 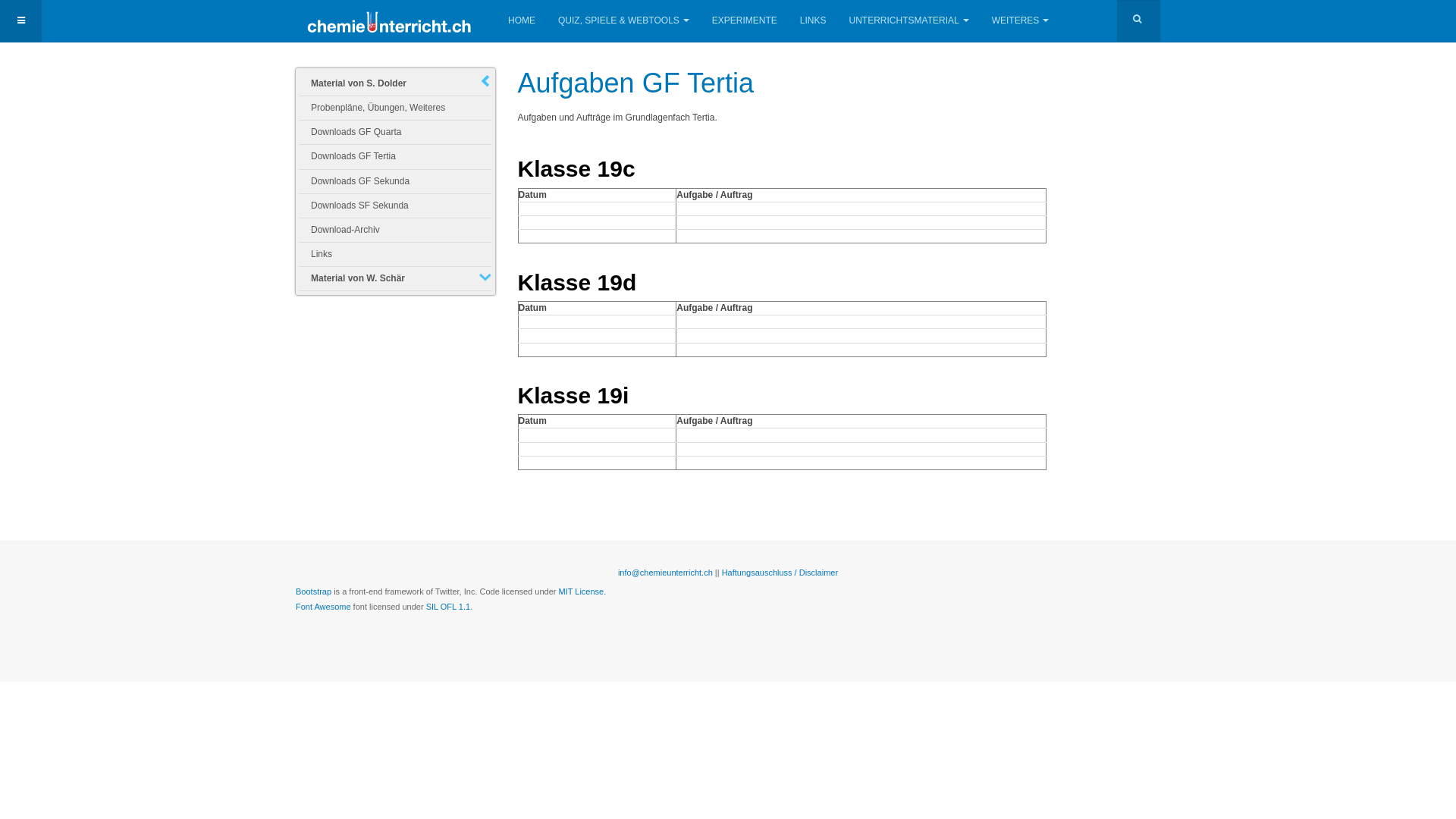 What do you see at coordinates (312, 590) in the screenshot?
I see `'Bootstrap'` at bounding box center [312, 590].